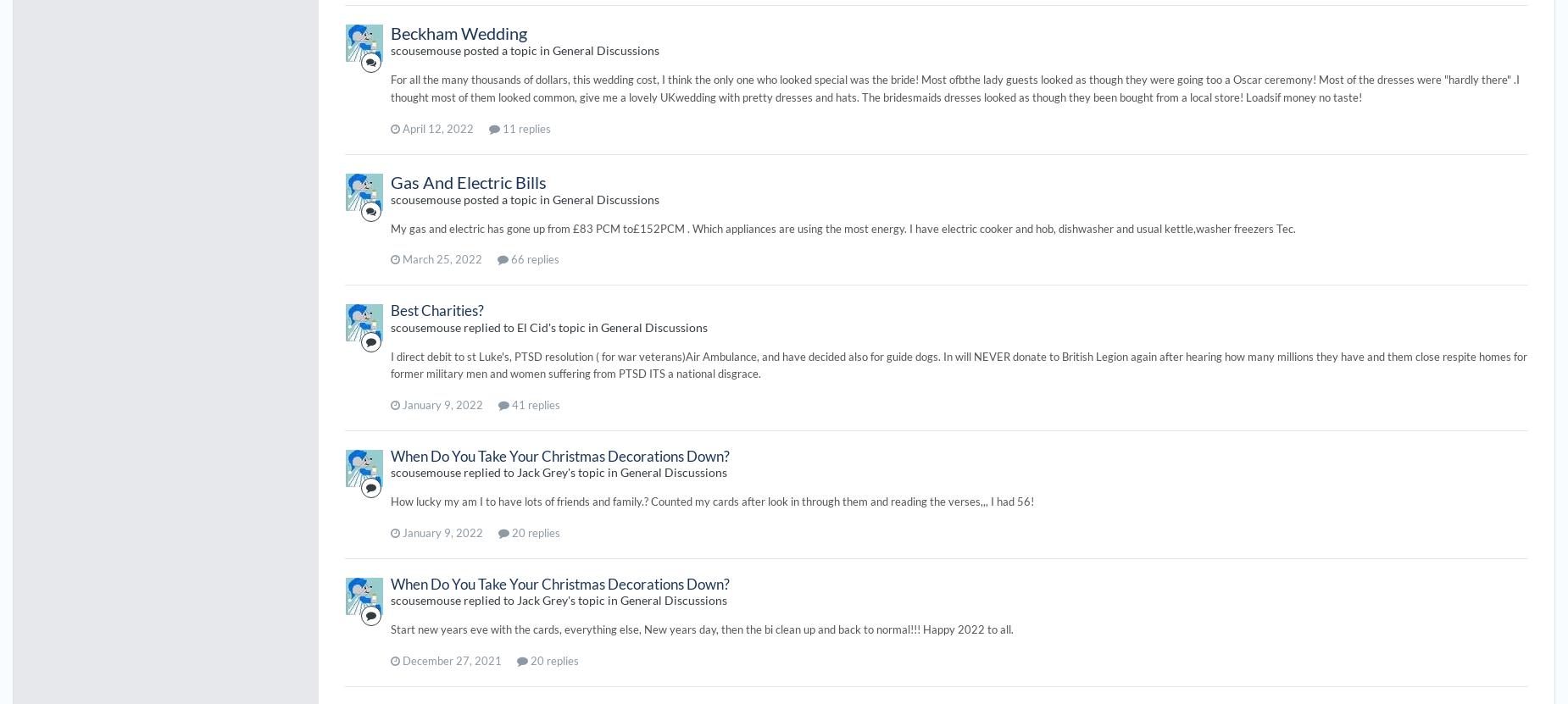 This screenshot has width=1568, height=704. What do you see at coordinates (452, 659) in the screenshot?
I see `'December 27, 2021'` at bounding box center [452, 659].